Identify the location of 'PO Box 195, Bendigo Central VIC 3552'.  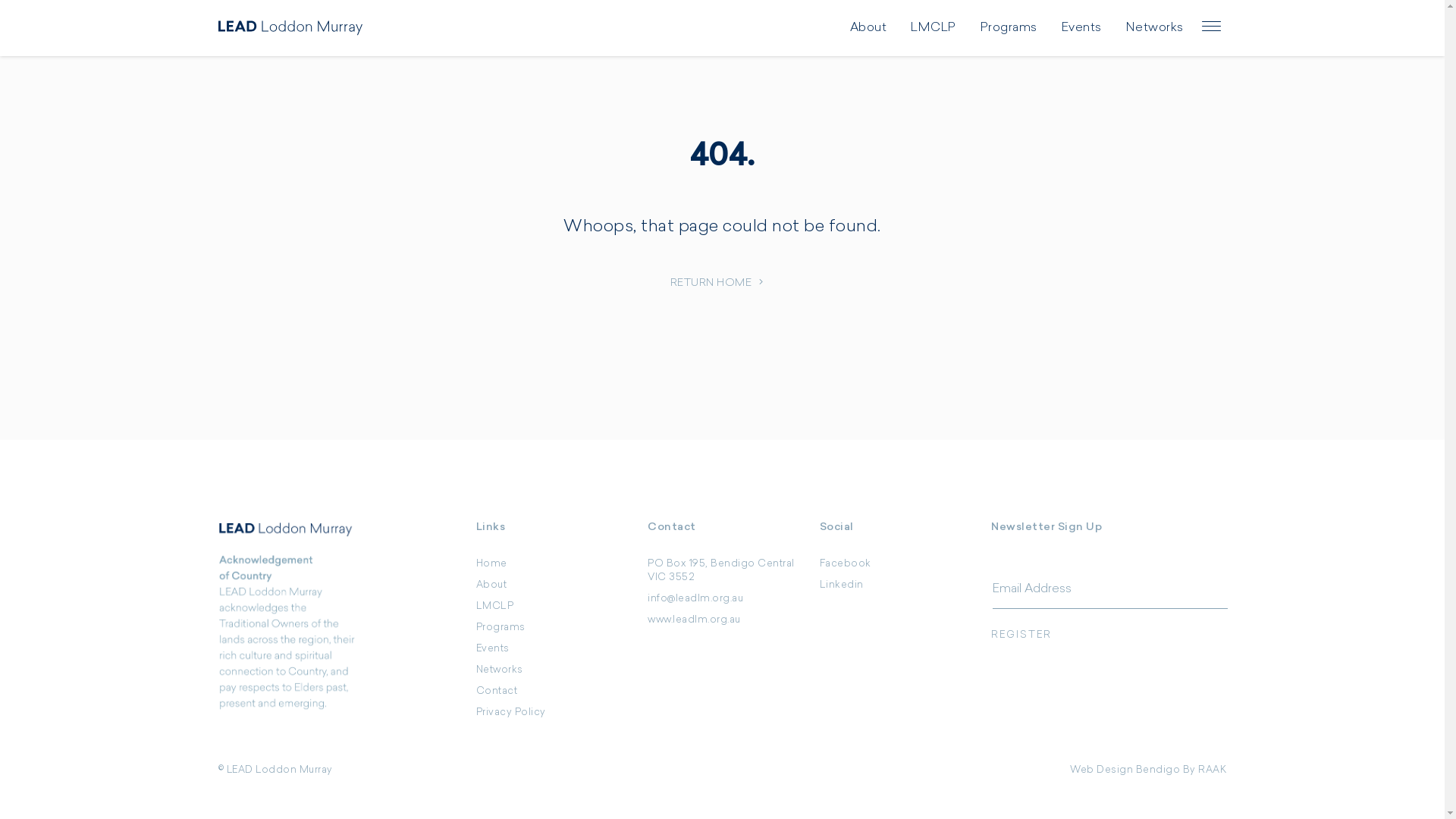
(720, 570).